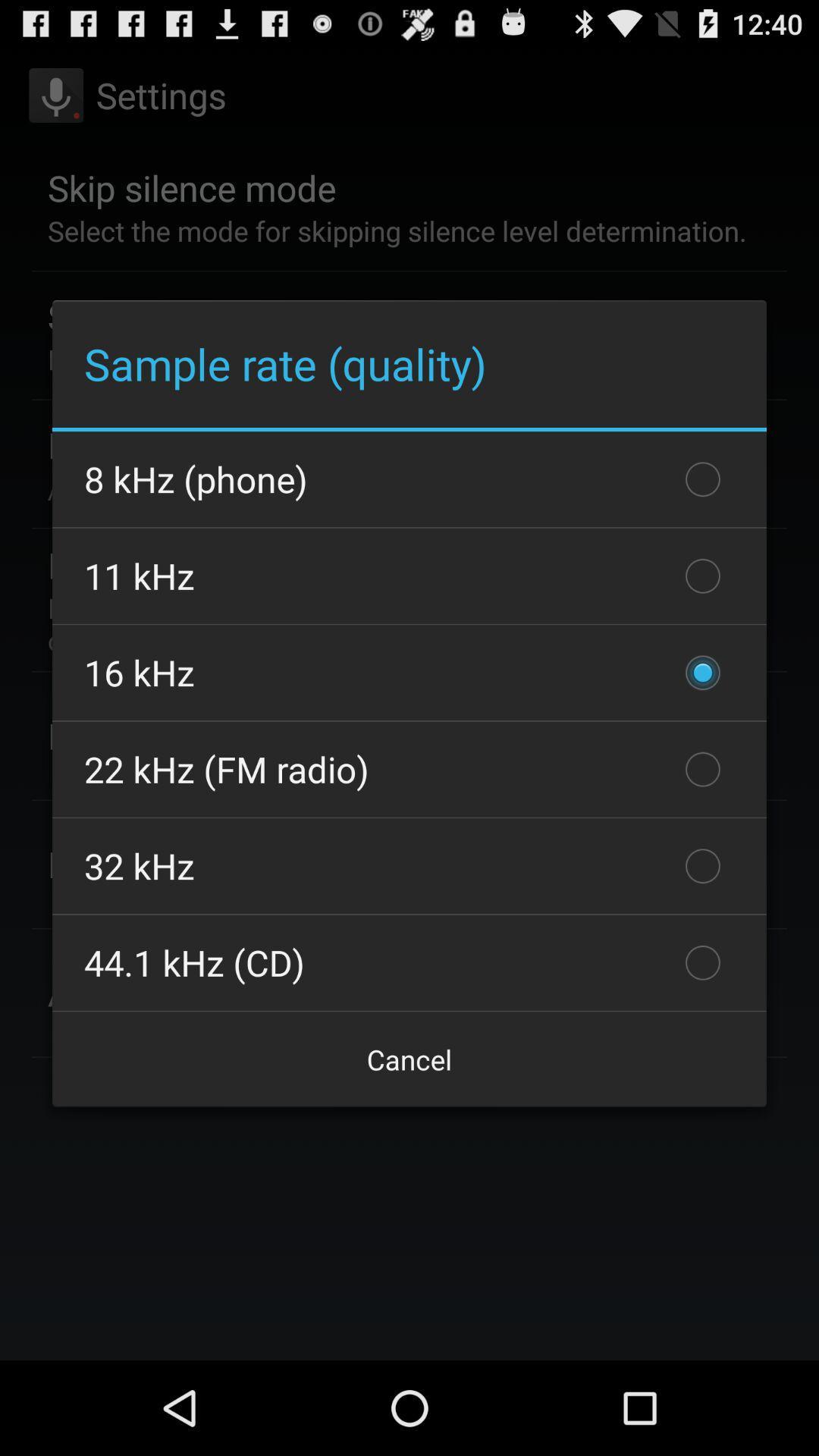 The height and width of the screenshot is (1456, 819). Describe the element at coordinates (409, 1059) in the screenshot. I see `the checkbox below 44 1 khz icon` at that location.